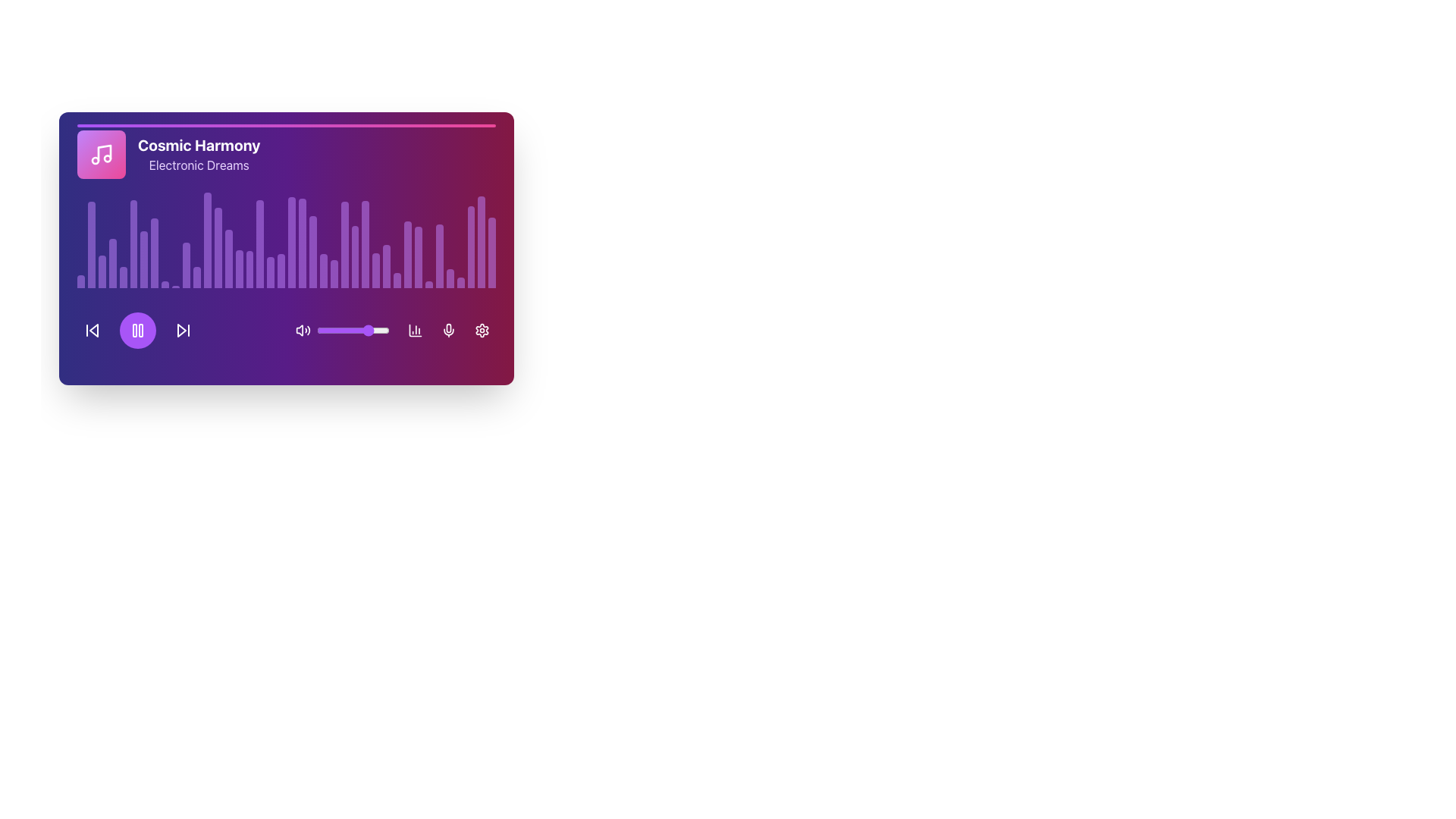  I want to click on the skip-back button located at the bottom-left corner of the music player interface, so click(91, 329).